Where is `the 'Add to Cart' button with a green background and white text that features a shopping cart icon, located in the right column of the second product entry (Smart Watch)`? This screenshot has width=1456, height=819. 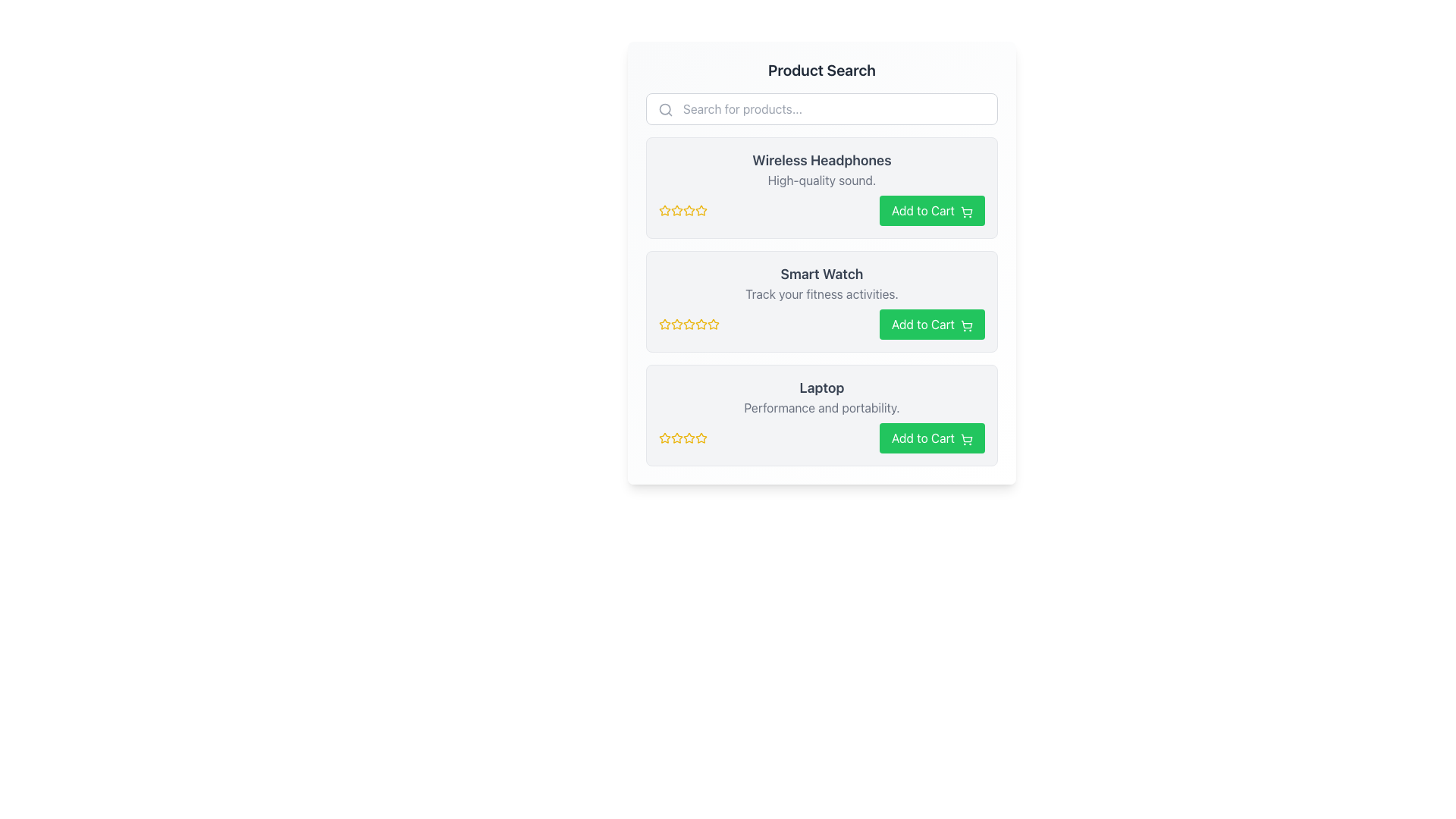 the 'Add to Cart' button with a green background and white text that features a shopping cart icon, located in the right column of the second product entry (Smart Watch) is located at coordinates (931, 324).